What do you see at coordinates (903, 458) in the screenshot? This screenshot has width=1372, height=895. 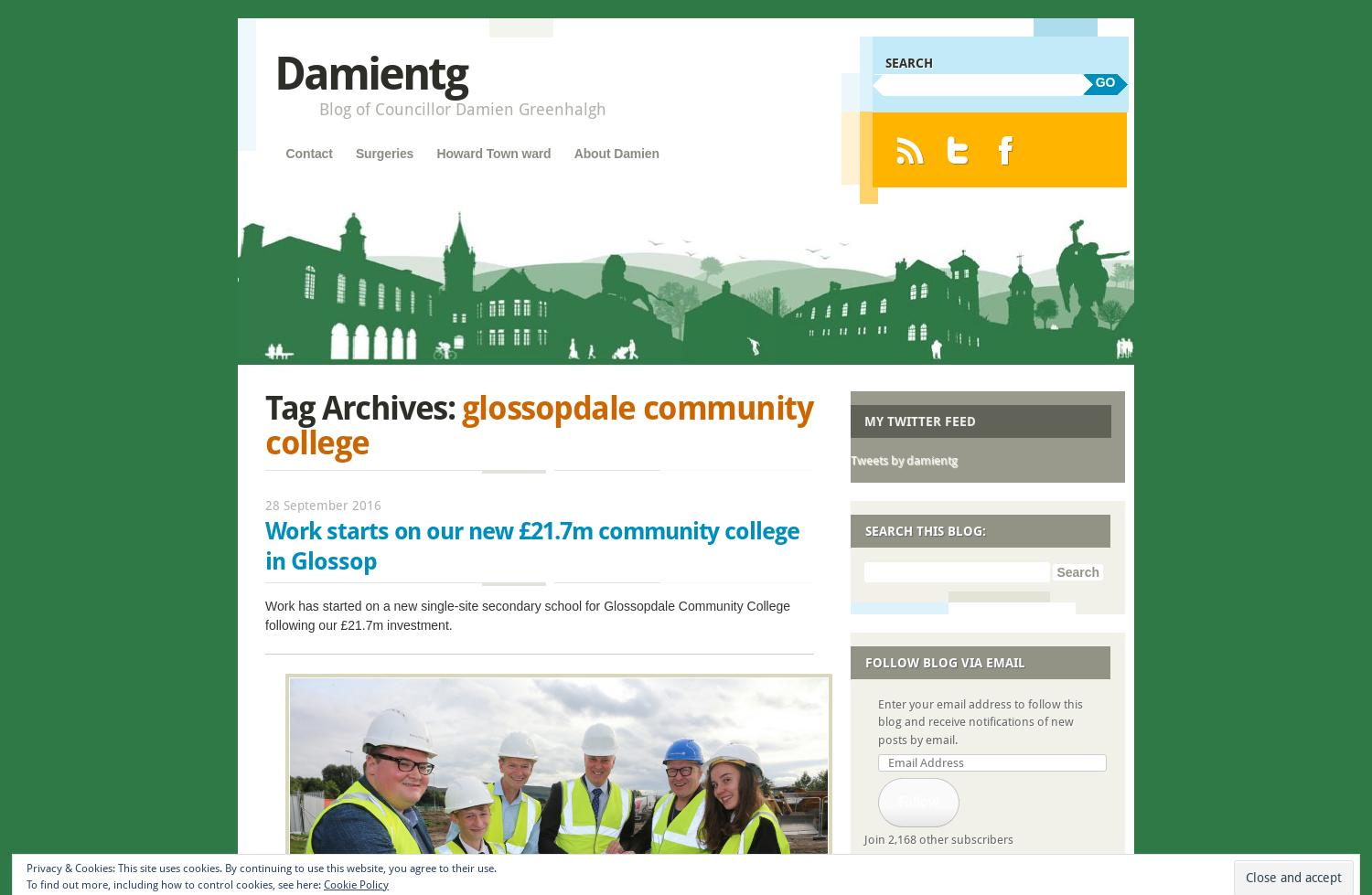 I see `'Tweets by damientg'` at bounding box center [903, 458].